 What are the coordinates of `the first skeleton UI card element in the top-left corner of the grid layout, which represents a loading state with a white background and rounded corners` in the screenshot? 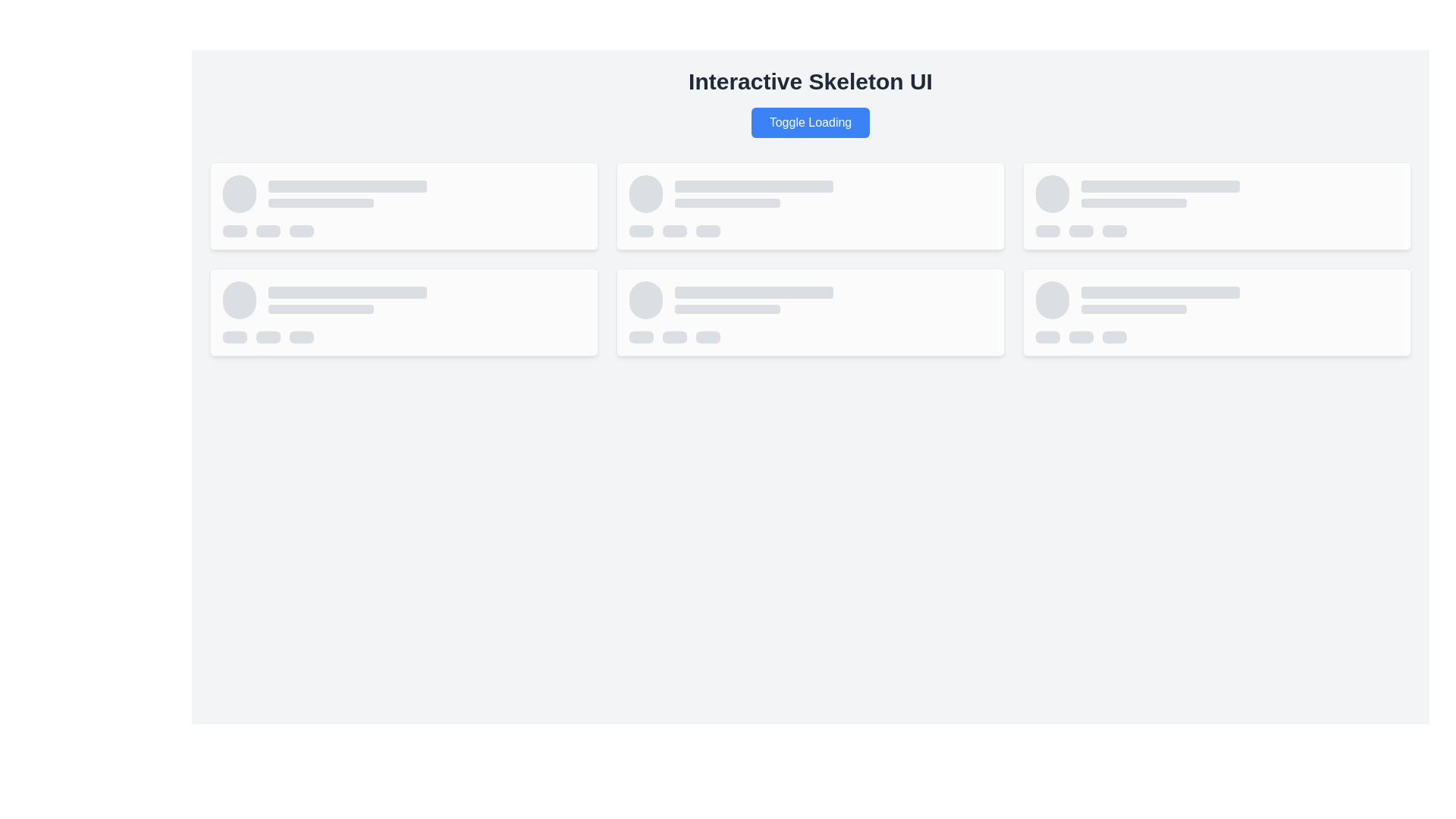 It's located at (403, 206).